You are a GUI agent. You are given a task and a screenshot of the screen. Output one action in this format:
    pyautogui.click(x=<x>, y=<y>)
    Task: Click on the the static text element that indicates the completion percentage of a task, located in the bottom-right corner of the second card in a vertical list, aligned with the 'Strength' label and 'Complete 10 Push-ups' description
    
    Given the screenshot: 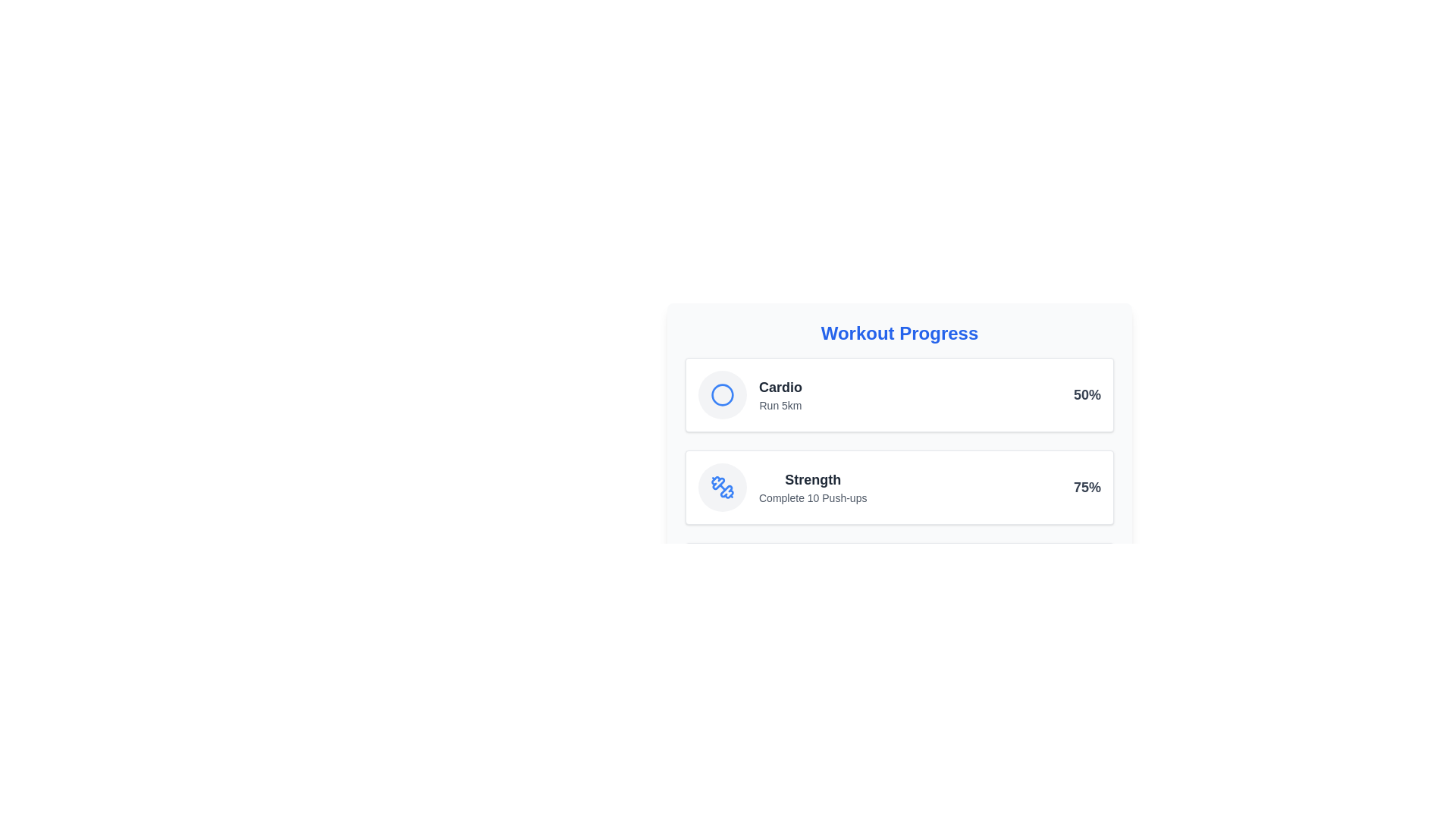 What is the action you would take?
    pyautogui.click(x=1087, y=488)
    